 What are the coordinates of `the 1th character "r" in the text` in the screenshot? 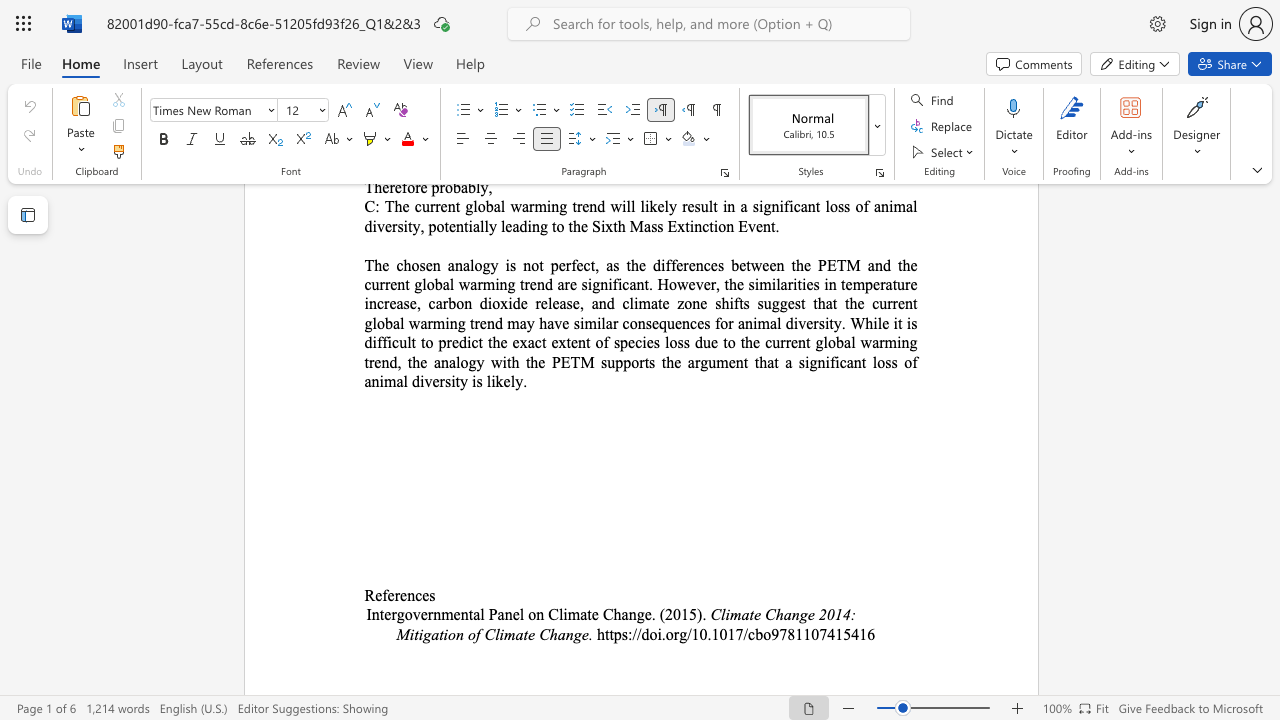 It's located at (676, 634).